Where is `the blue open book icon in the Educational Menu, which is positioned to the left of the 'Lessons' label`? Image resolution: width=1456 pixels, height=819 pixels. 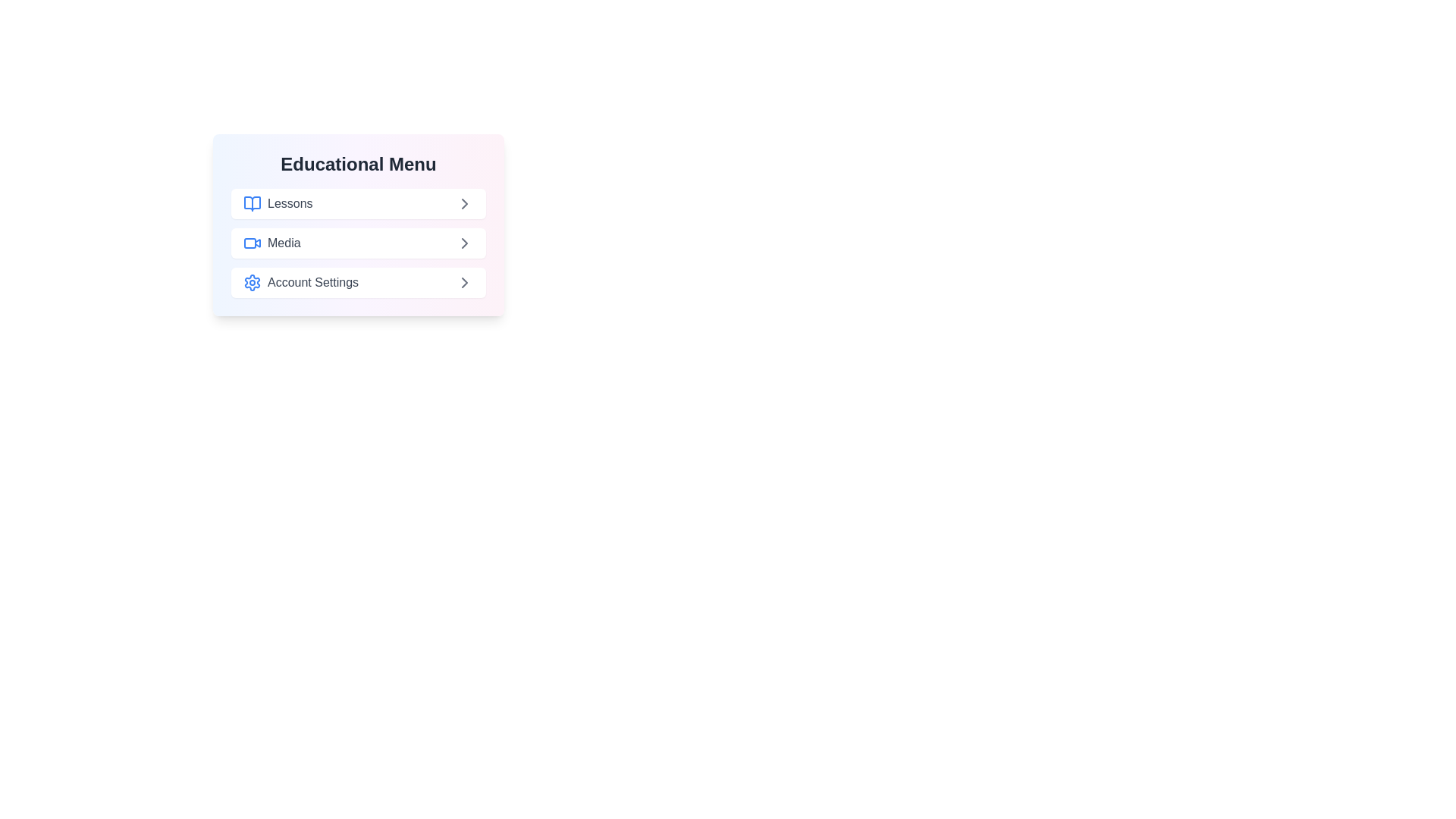
the blue open book icon in the Educational Menu, which is positioned to the left of the 'Lessons' label is located at coordinates (252, 203).